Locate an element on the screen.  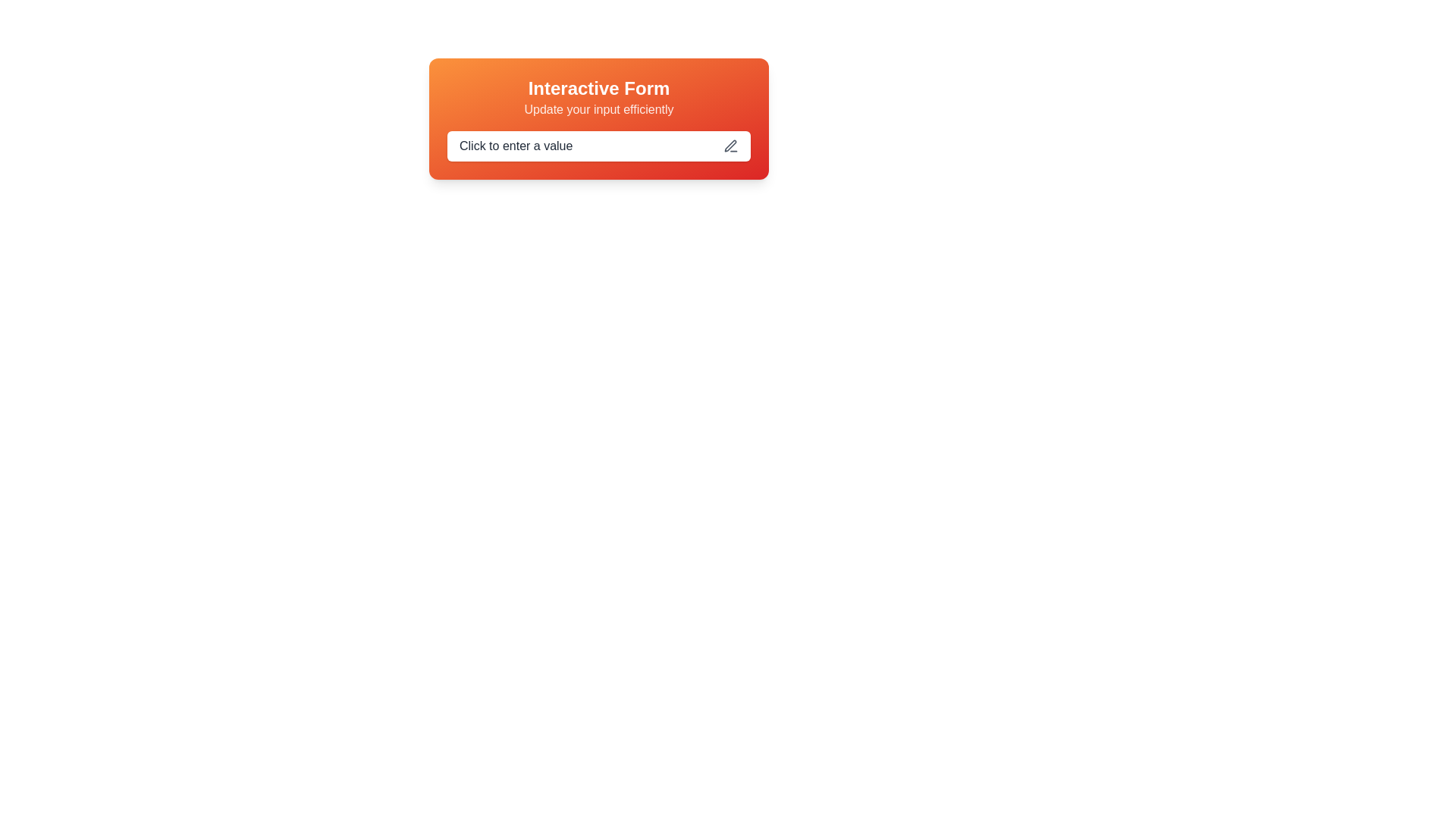
the pen-shaped icon located at the right edge of the white rectangular box labeled 'Click to enter a value' is located at coordinates (731, 146).